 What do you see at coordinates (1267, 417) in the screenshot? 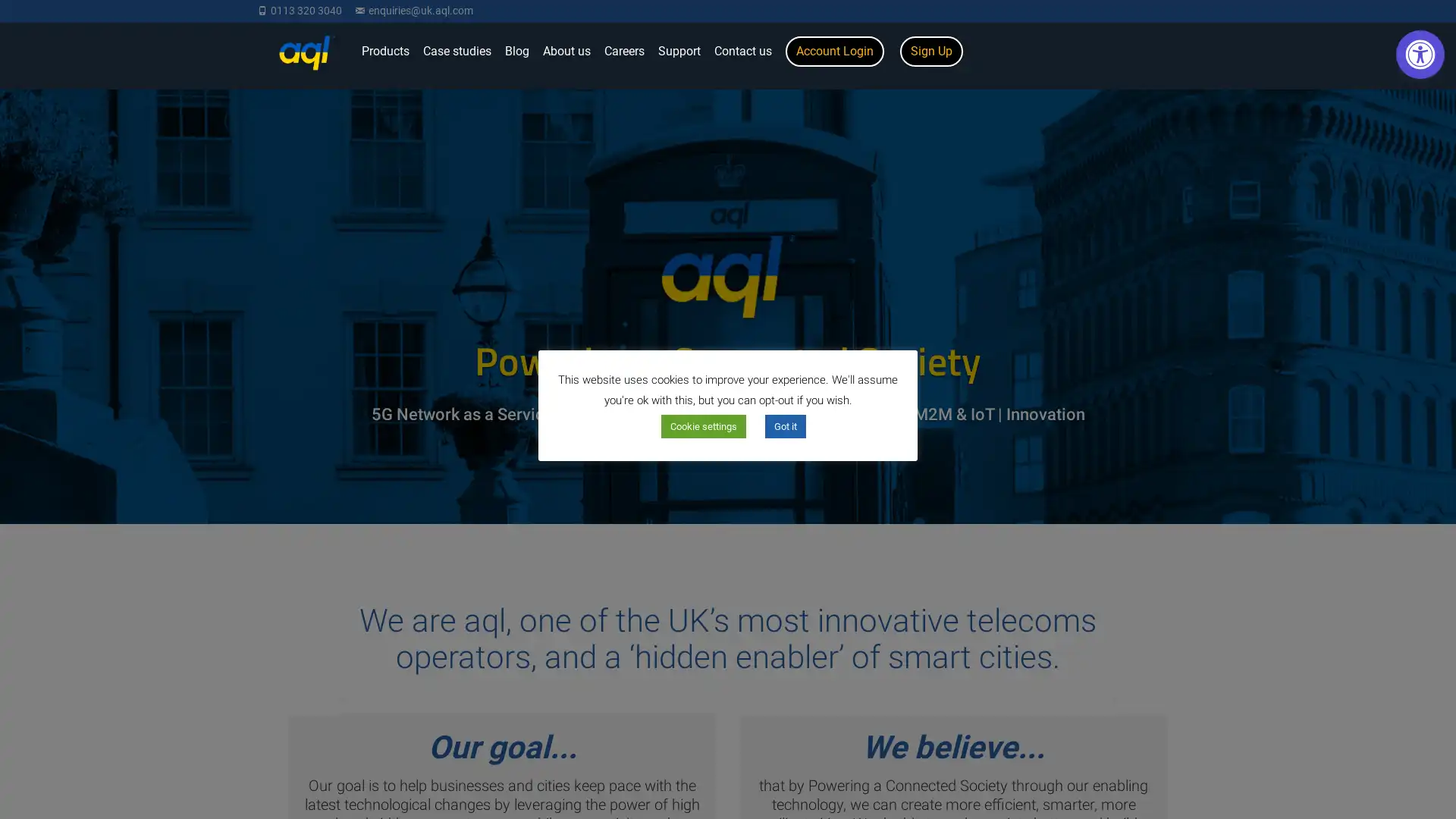
I see `Hide Images` at bounding box center [1267, 417].